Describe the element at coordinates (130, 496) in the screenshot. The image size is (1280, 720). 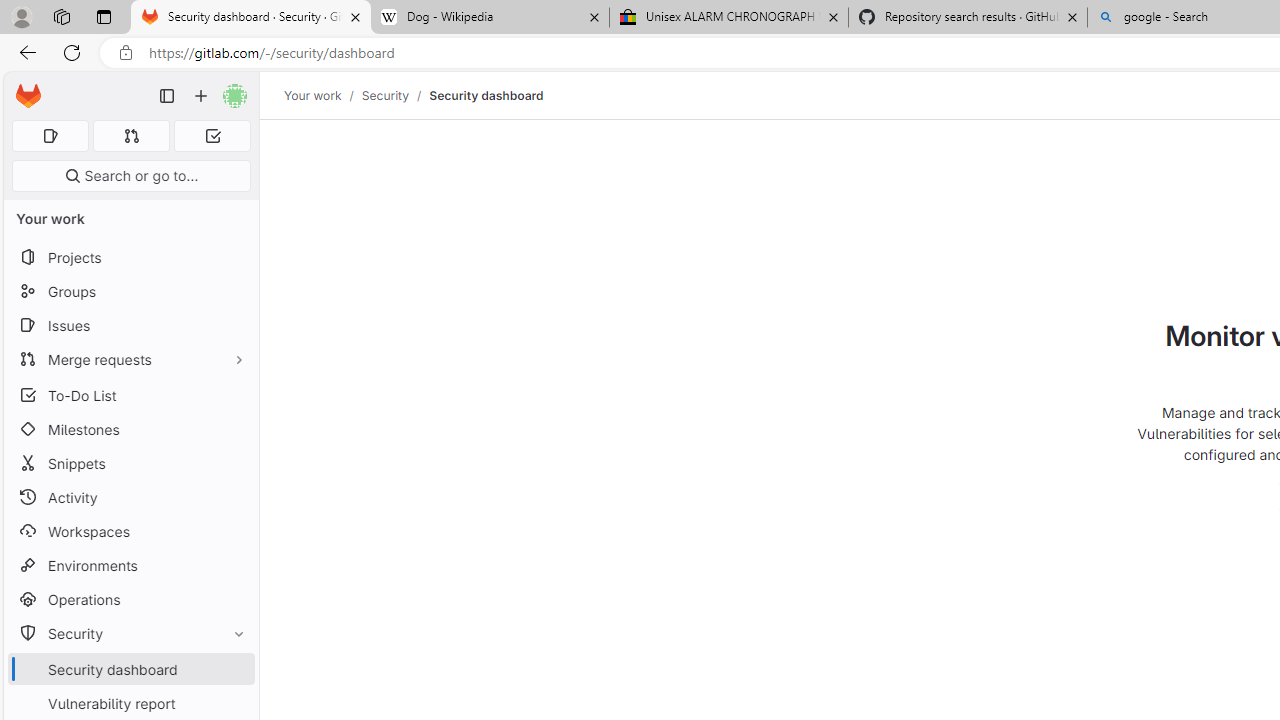
I see `'Activity'` at that location.